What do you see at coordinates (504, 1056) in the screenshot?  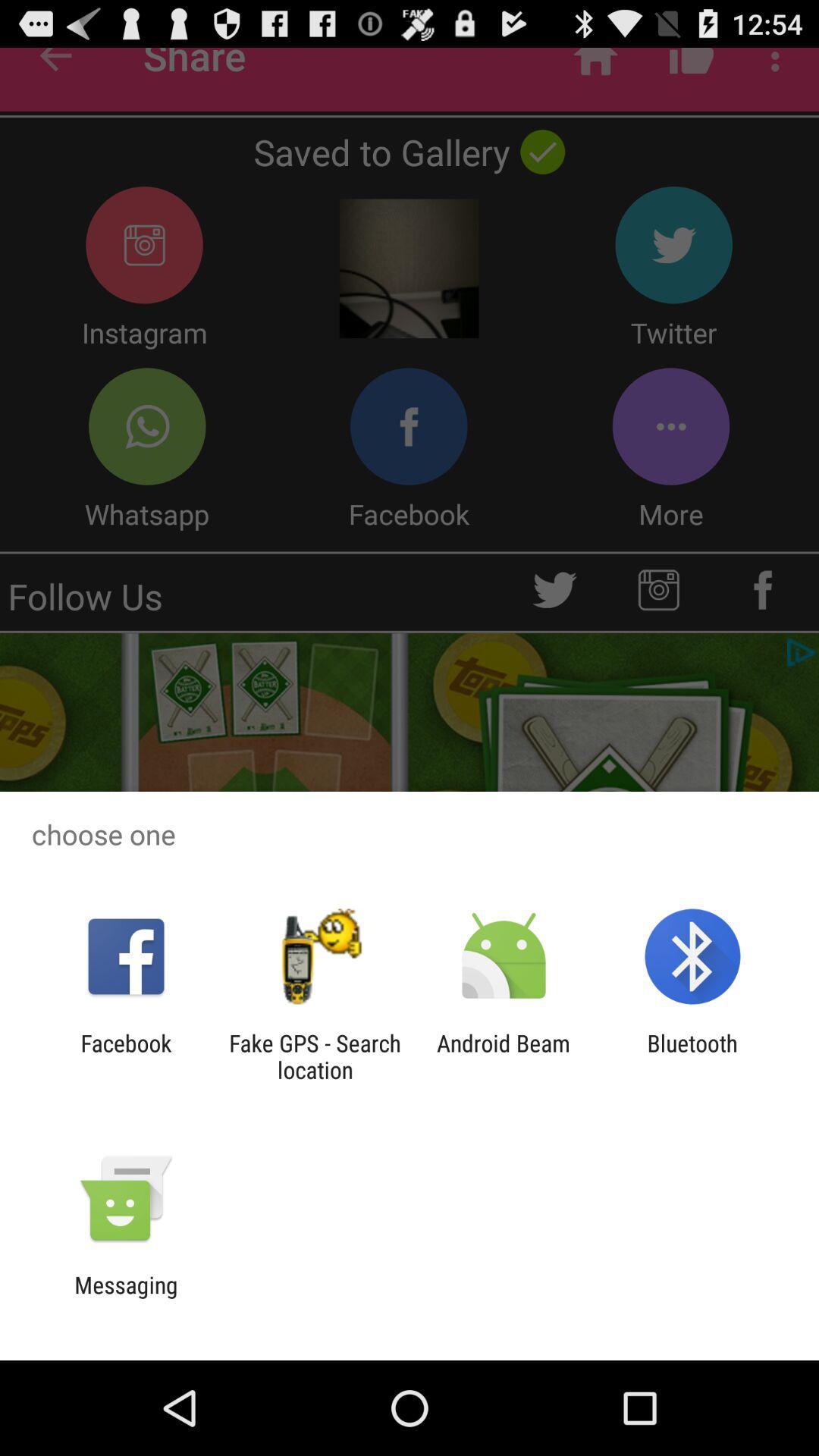 I see `the icon next to the bluetooth icon` at bounding box center [504, 1056].